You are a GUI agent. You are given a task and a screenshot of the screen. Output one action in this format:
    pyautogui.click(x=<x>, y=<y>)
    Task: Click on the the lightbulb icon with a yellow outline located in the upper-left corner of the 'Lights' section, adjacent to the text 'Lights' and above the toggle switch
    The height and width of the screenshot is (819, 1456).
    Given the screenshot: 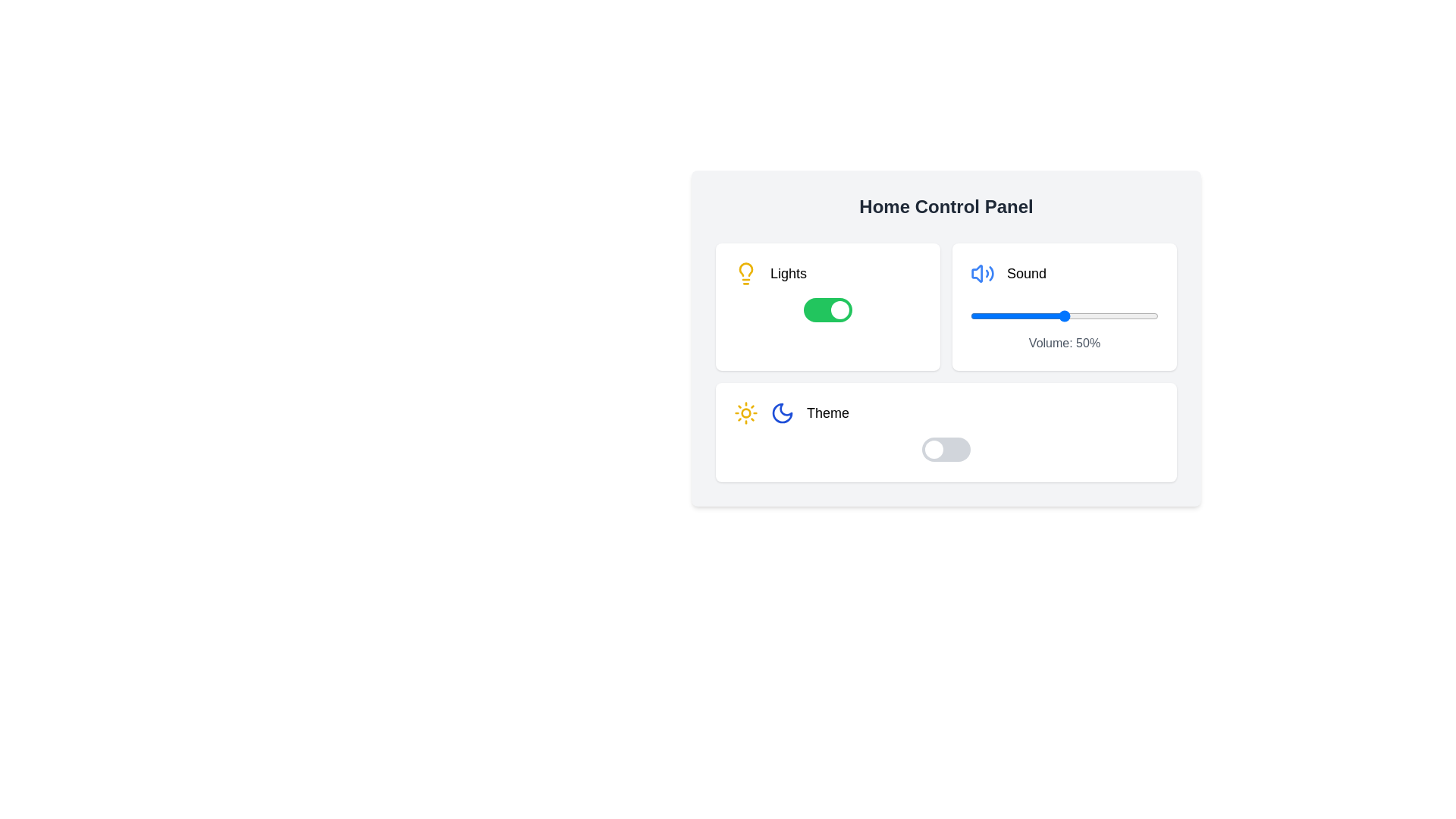 What is the action you would take?
    pyautogui.click(x=745, y=274)
    